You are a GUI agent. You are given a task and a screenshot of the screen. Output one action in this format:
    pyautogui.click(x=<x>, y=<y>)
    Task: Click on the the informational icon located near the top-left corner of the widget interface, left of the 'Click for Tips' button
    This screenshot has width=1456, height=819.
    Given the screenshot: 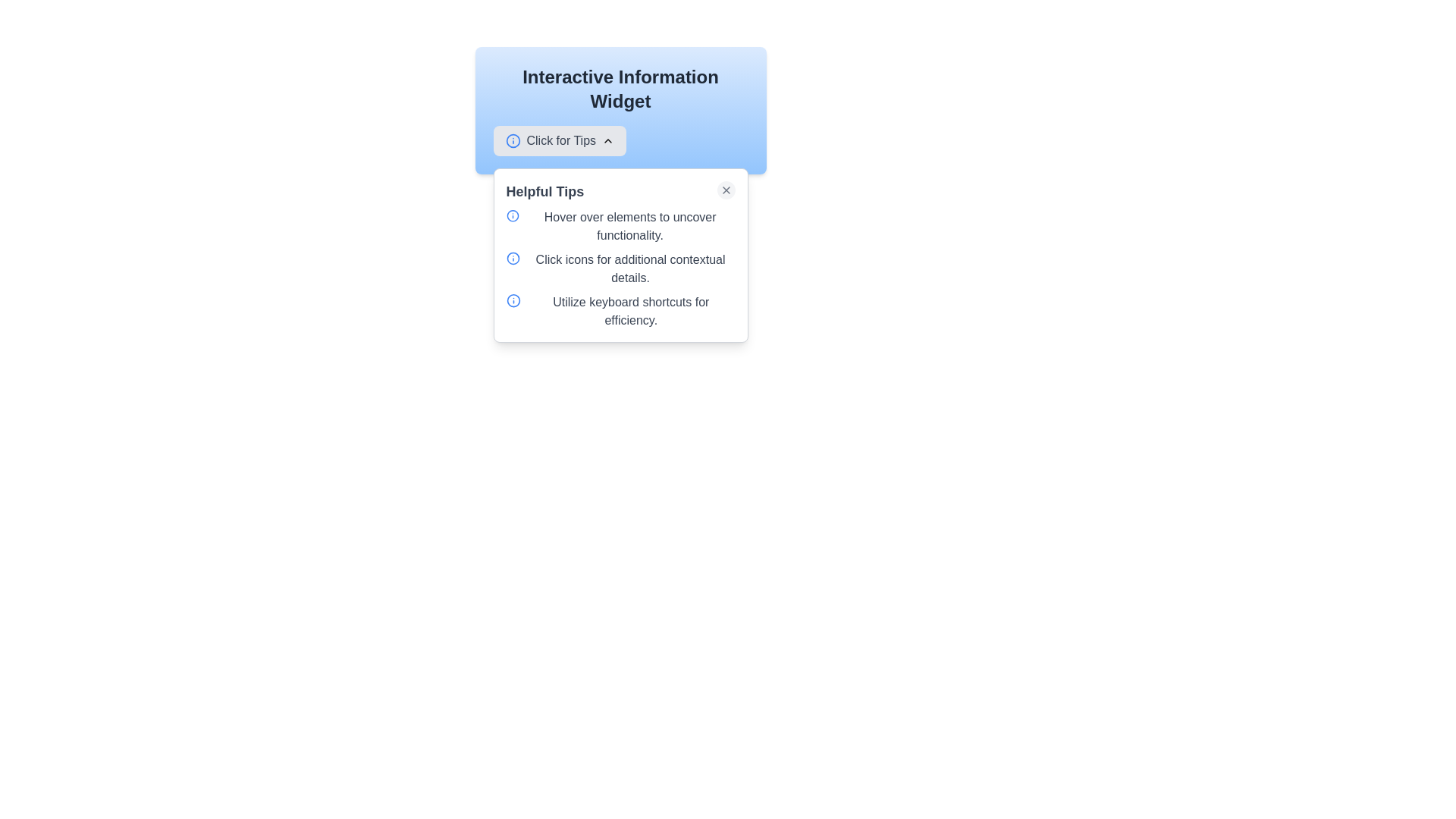 What is the action you would take?
    pyautogui.click(x=513, y=301)
    